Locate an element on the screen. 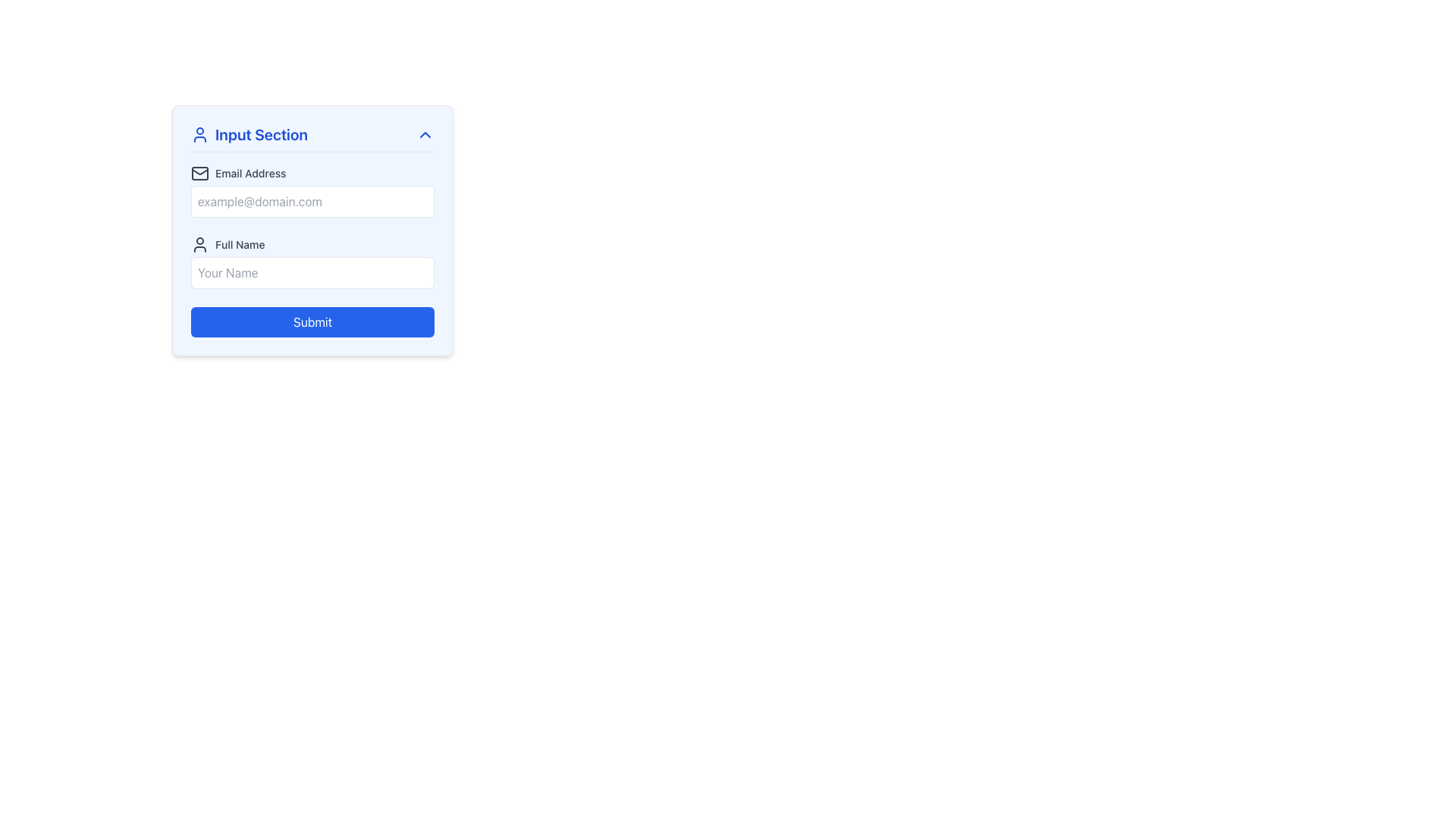  the input field for full name, located below the 'Email Address' field in the 'Input Section' is located at coordinates (312, 262).